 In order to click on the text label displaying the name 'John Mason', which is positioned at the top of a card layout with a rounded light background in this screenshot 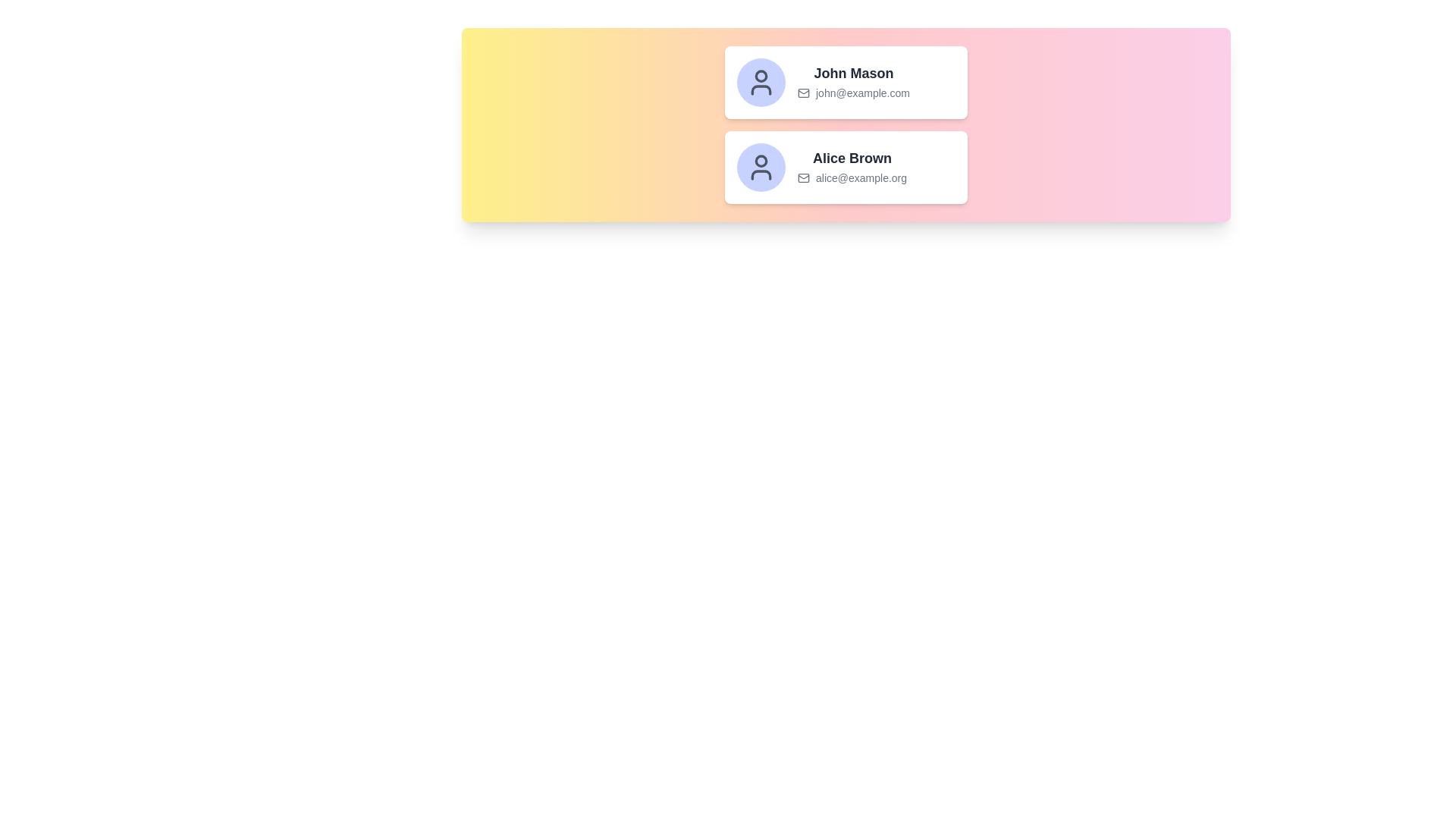, I will do `click(853, 73)`.